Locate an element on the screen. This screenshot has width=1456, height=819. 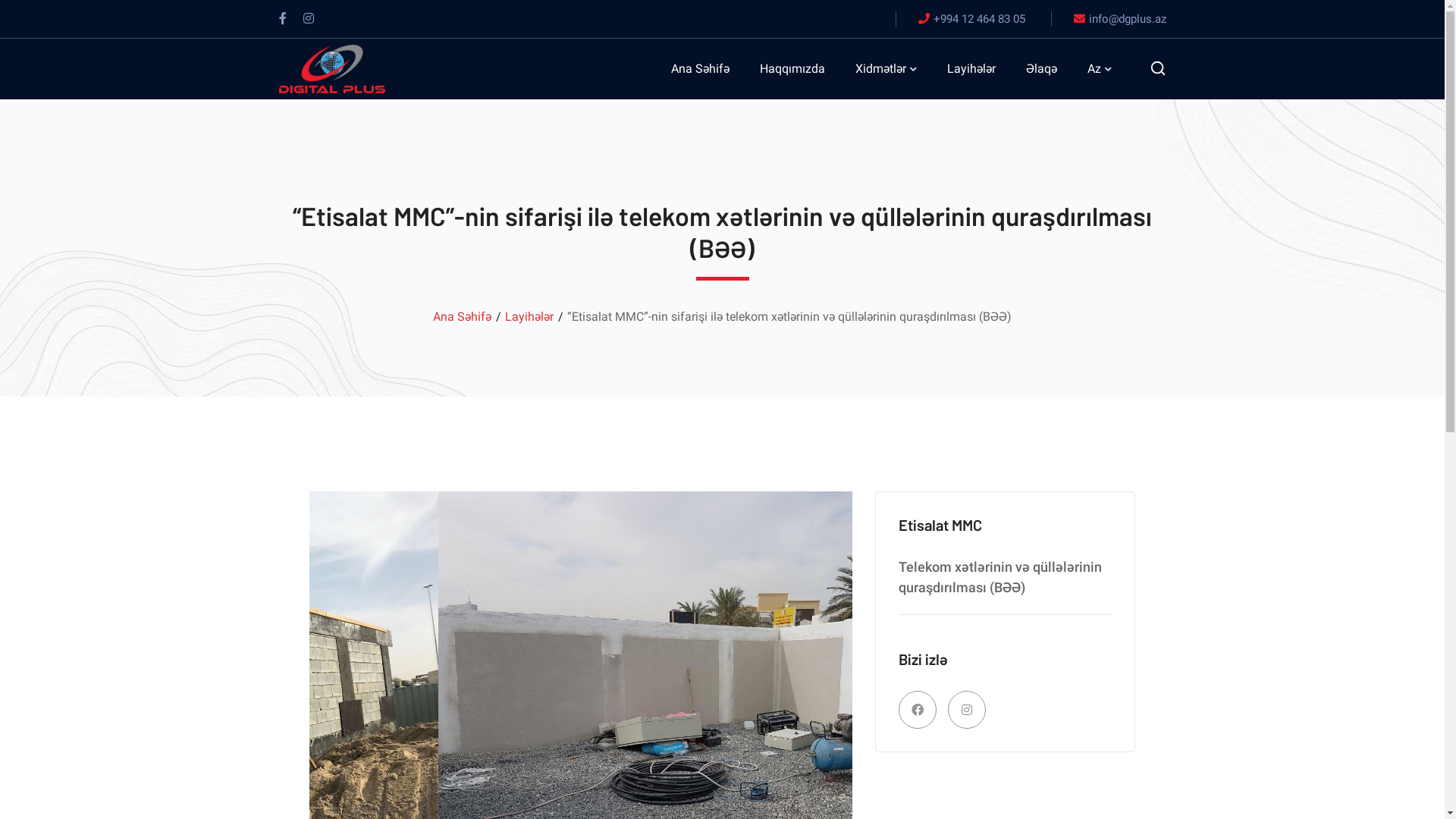
'Facebook' is located at coordinates (283, 18).